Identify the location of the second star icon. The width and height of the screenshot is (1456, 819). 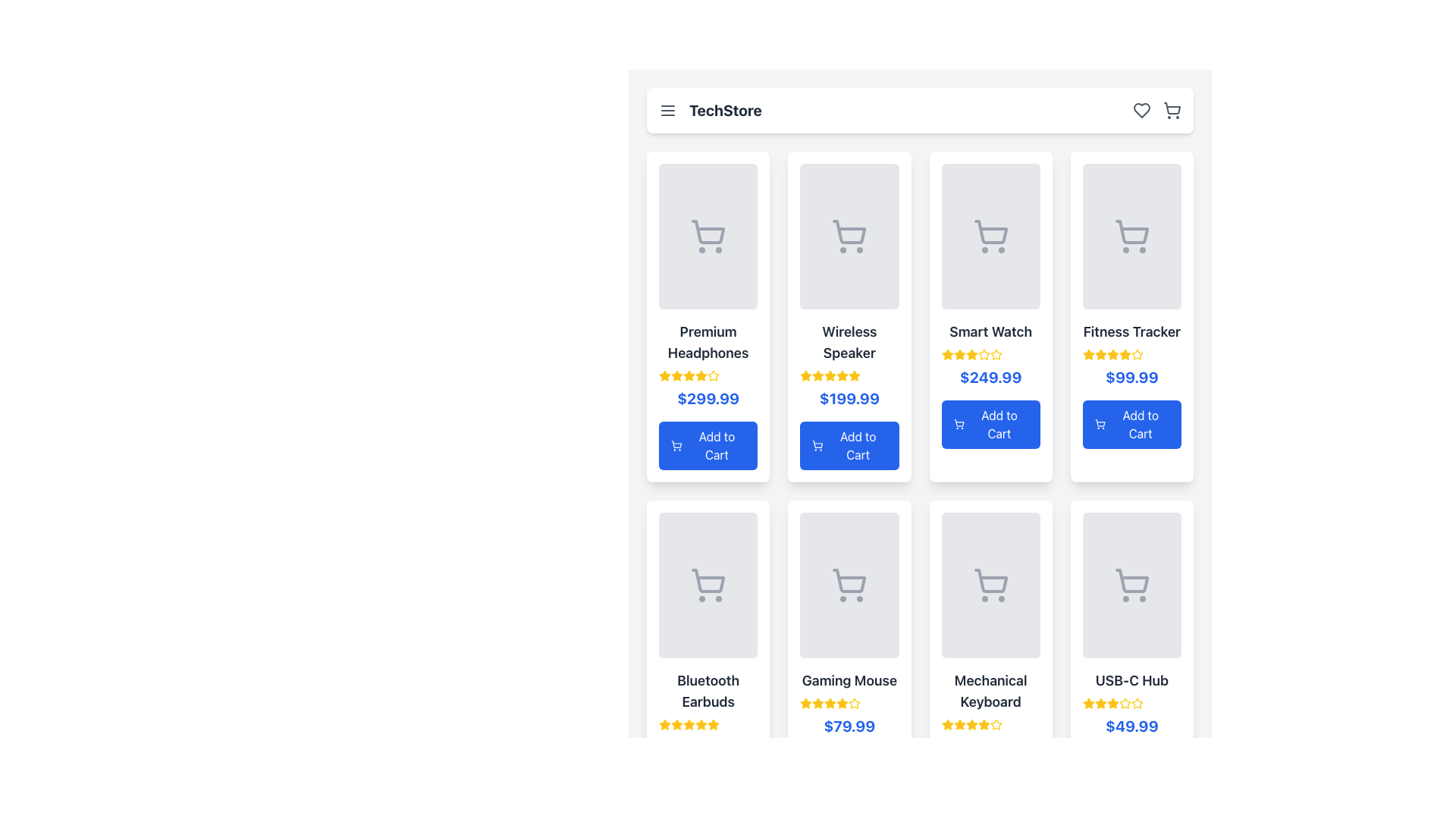
(959, 354).